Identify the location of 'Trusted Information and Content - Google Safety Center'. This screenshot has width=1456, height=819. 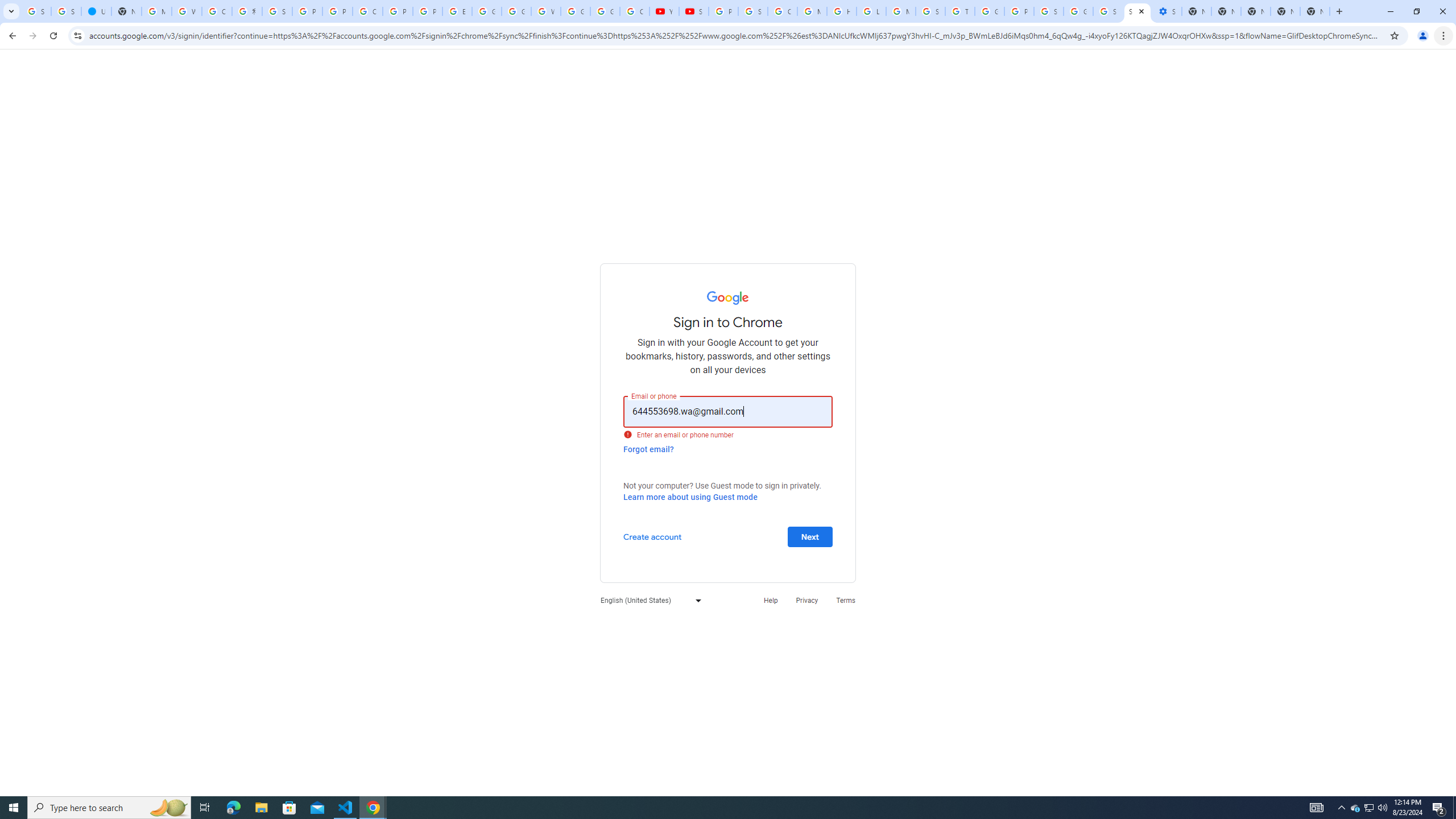
(959, 11).